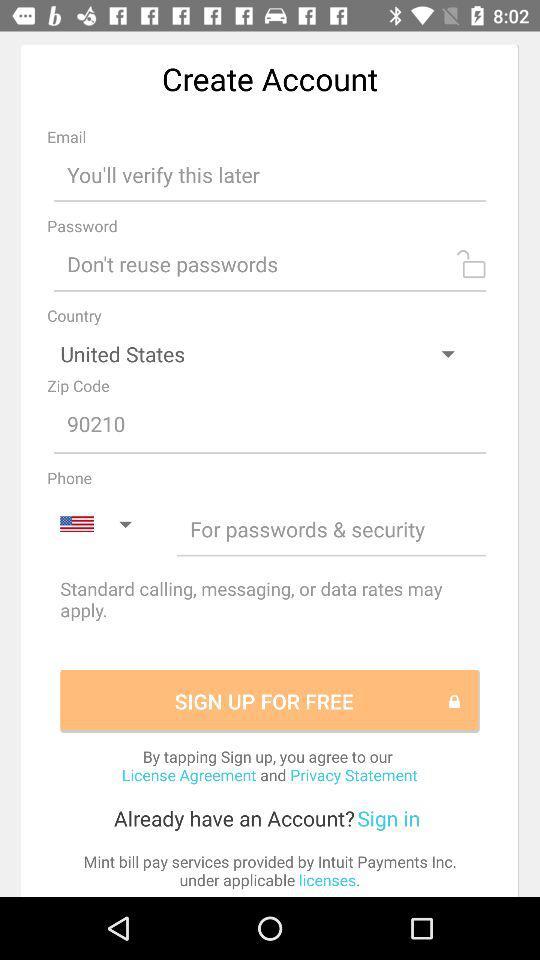 This screenshot has height=960, width=540. Describe the element at coordinates (269, 764) in the screenshot. I see `icon below the sign up for icon` at that location.